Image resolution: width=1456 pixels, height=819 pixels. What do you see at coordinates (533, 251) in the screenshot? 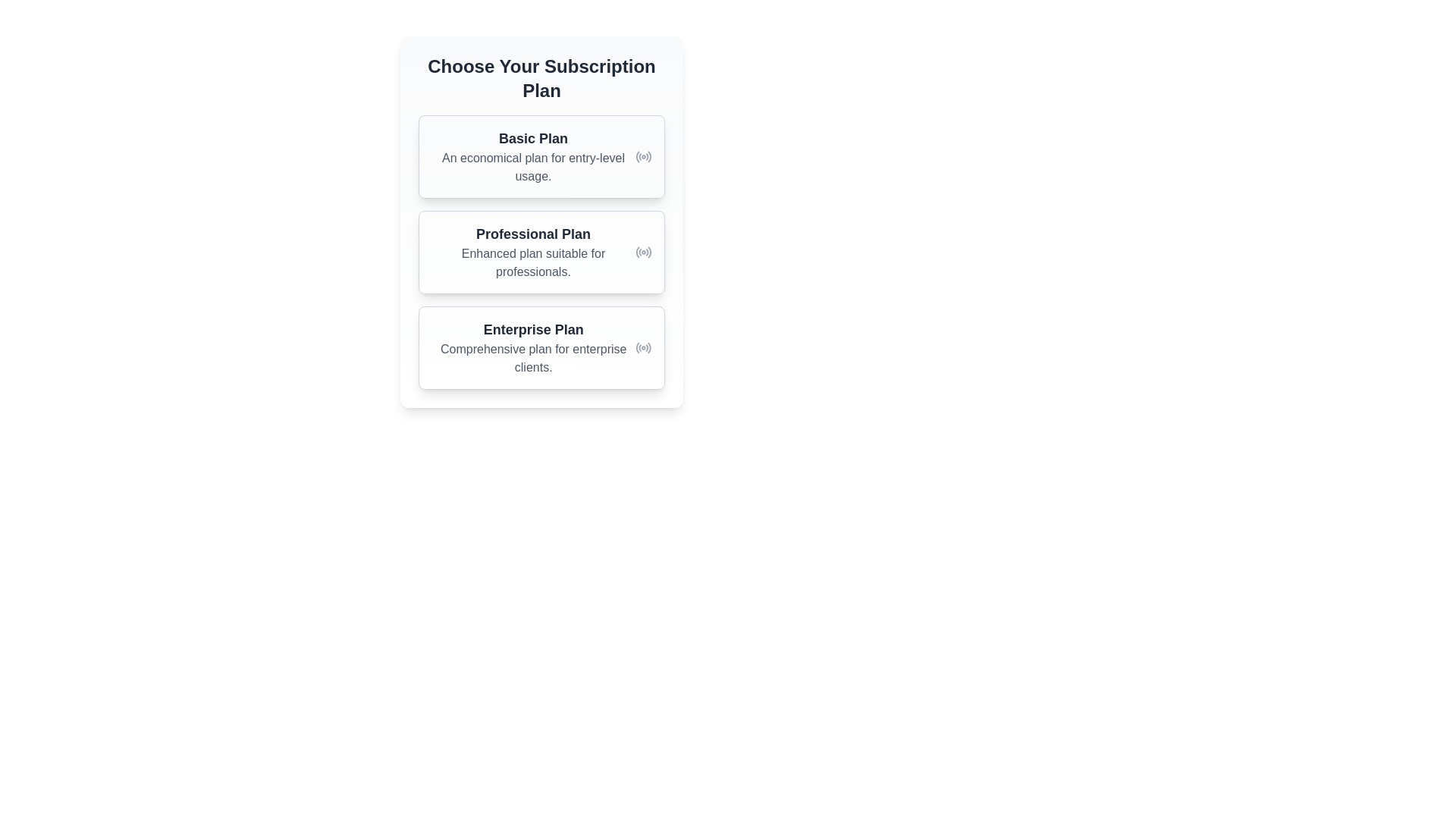
I see `the informational card displaying 'Professional Plan' with the tagline 'Enhanced plan suitable for professionals.' which is the second card in a vertical list of subscription options` at bounding box center [533, 251].